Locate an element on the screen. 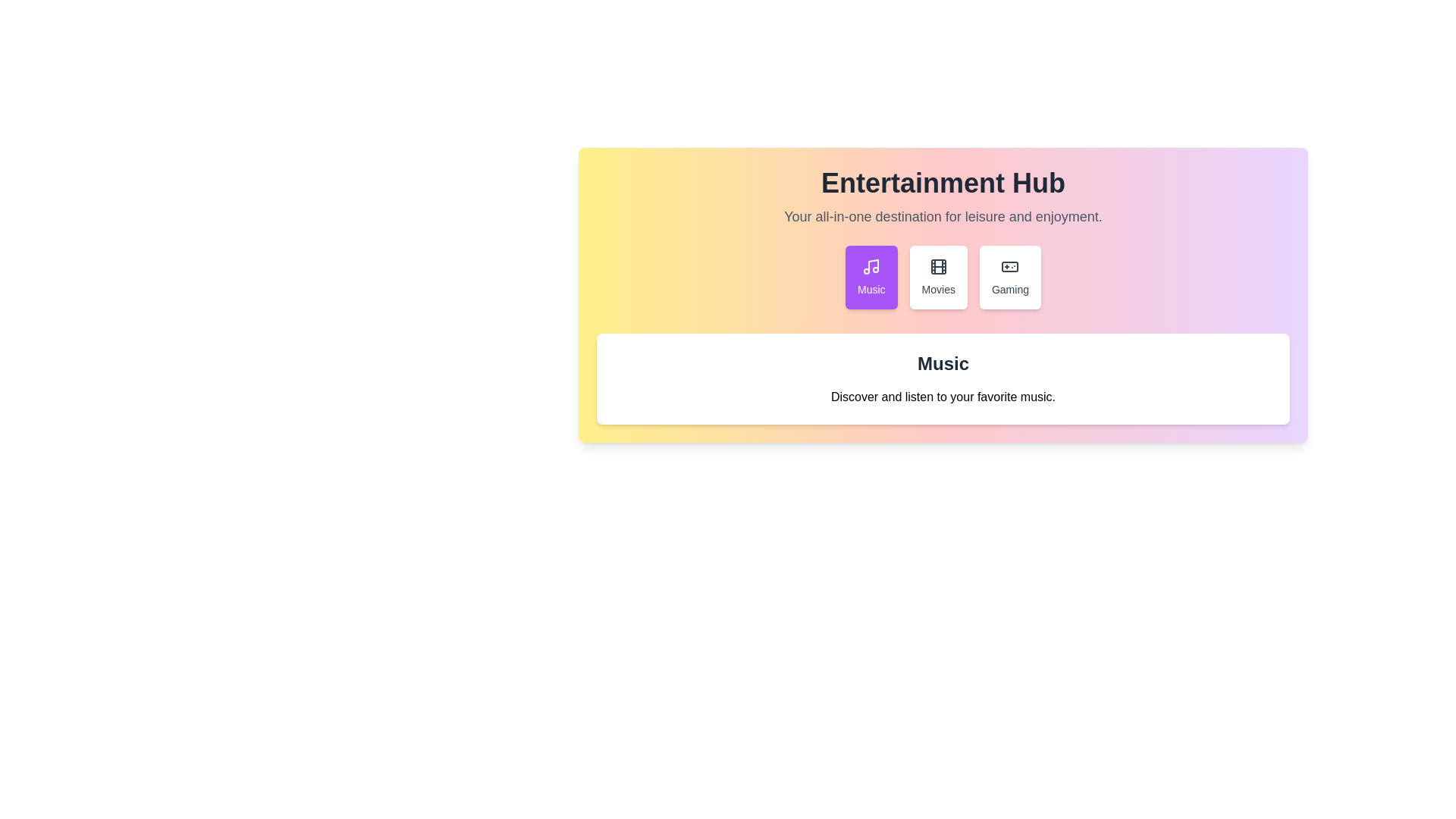 The width and height of the screenshot is (1456, 819). the gamepad icon element, which is part of the category selection under 'Entertainment Hub', located to the right of the 'Gaming' button is located at coordinates (1010, 265).